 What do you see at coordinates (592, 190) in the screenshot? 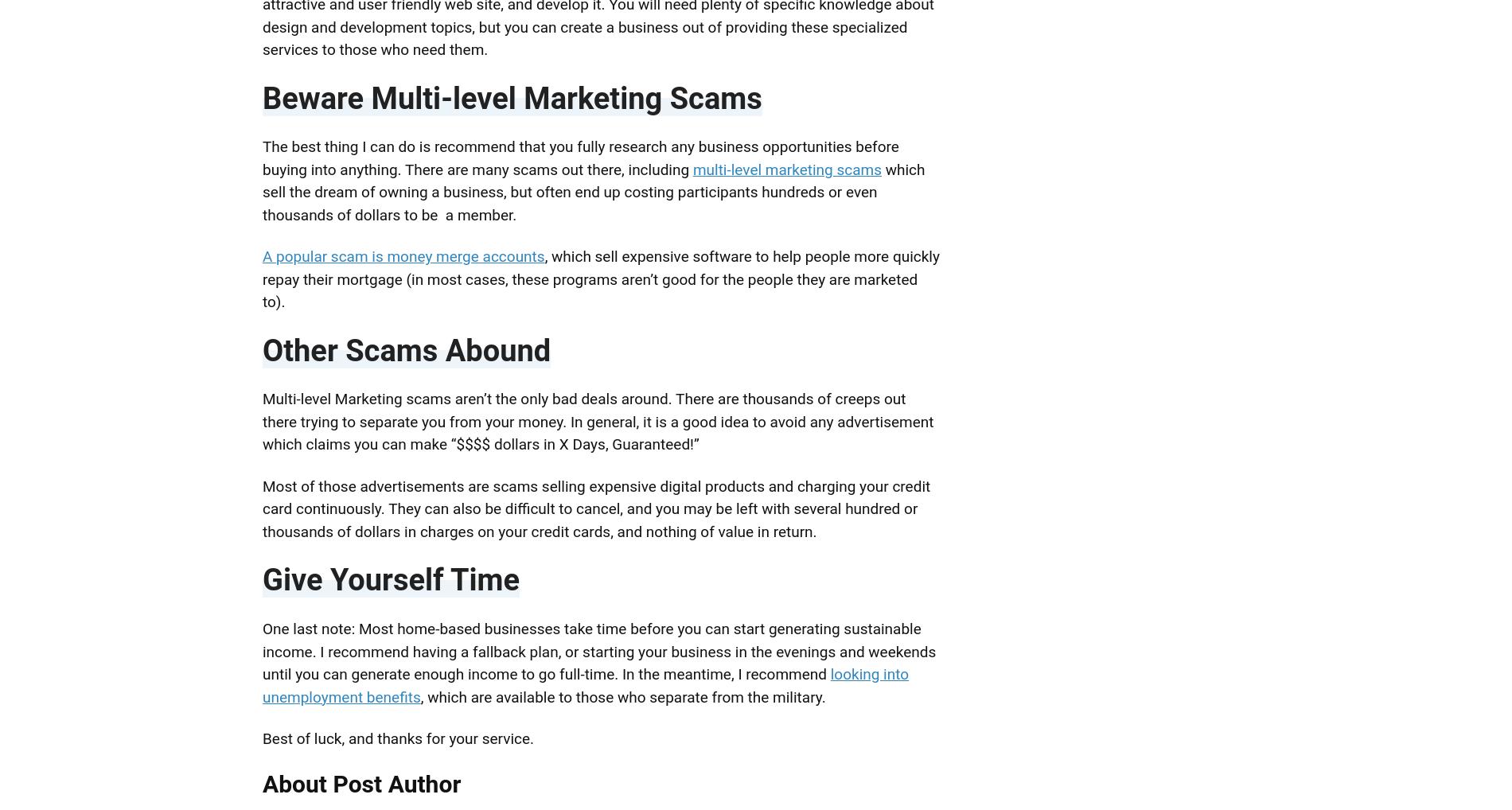
I see `'which sell the dream of owning a business, but often end up costing participants hundreds or even thousands of dollars to be  a member.'` at bounding box center [592, 190].